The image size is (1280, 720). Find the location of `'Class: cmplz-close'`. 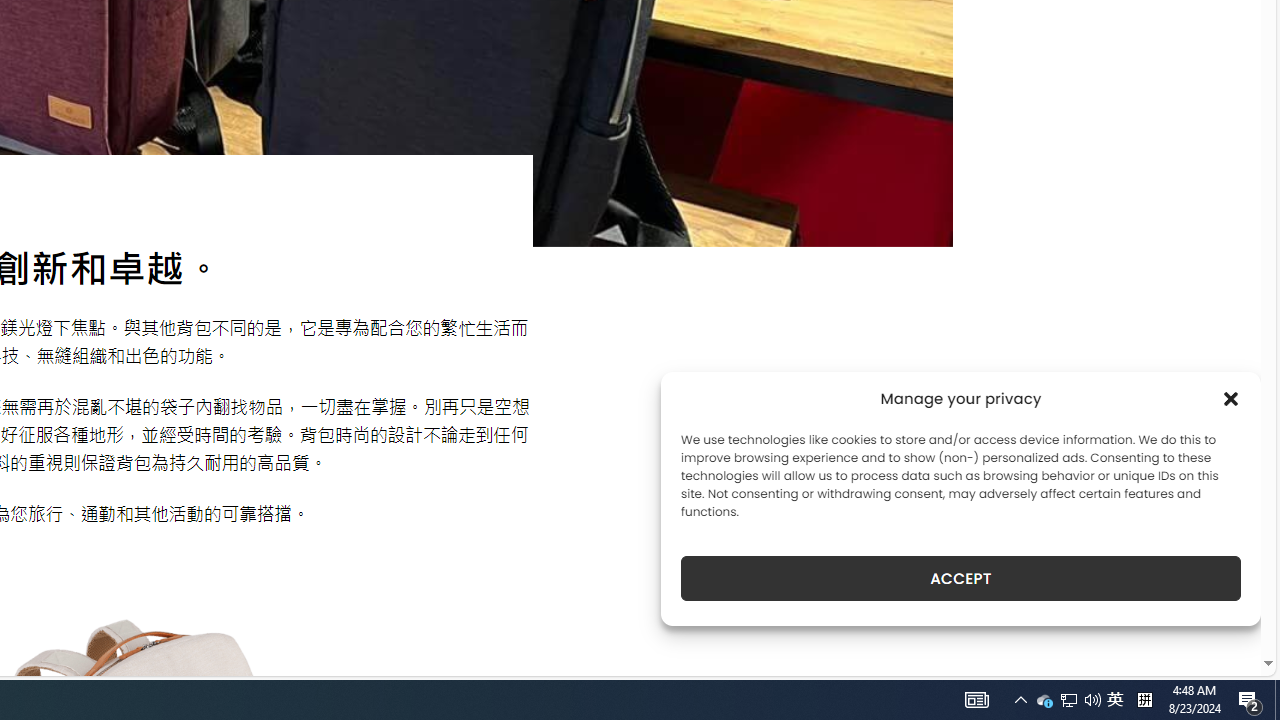

'Class: cmplz-close' is located at coordinates (1230, 398).